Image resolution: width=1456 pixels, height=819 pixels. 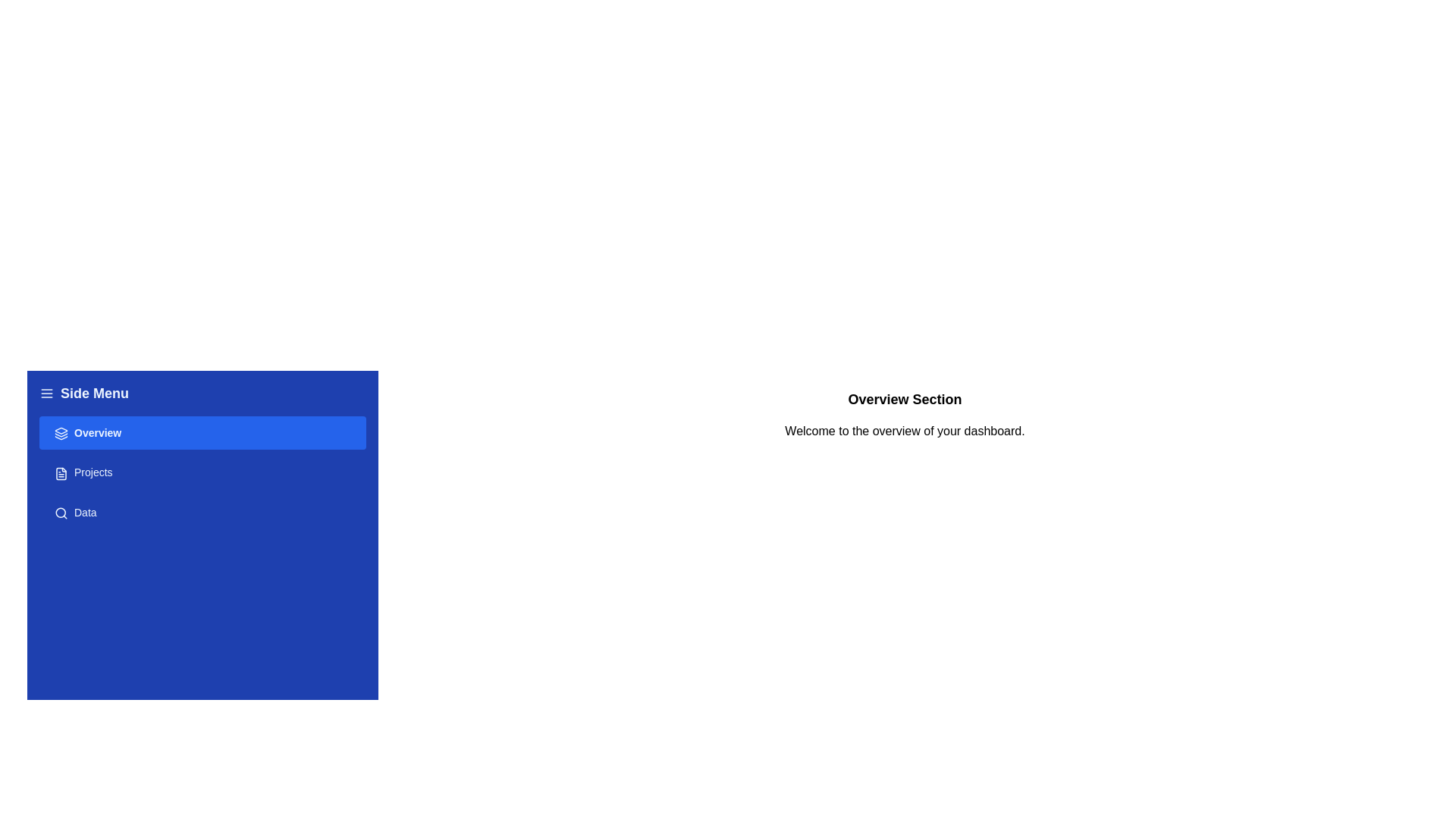 I want to click on the circular icon next to the 'Data' menu item in the side menu, so click(x=61, y=512).